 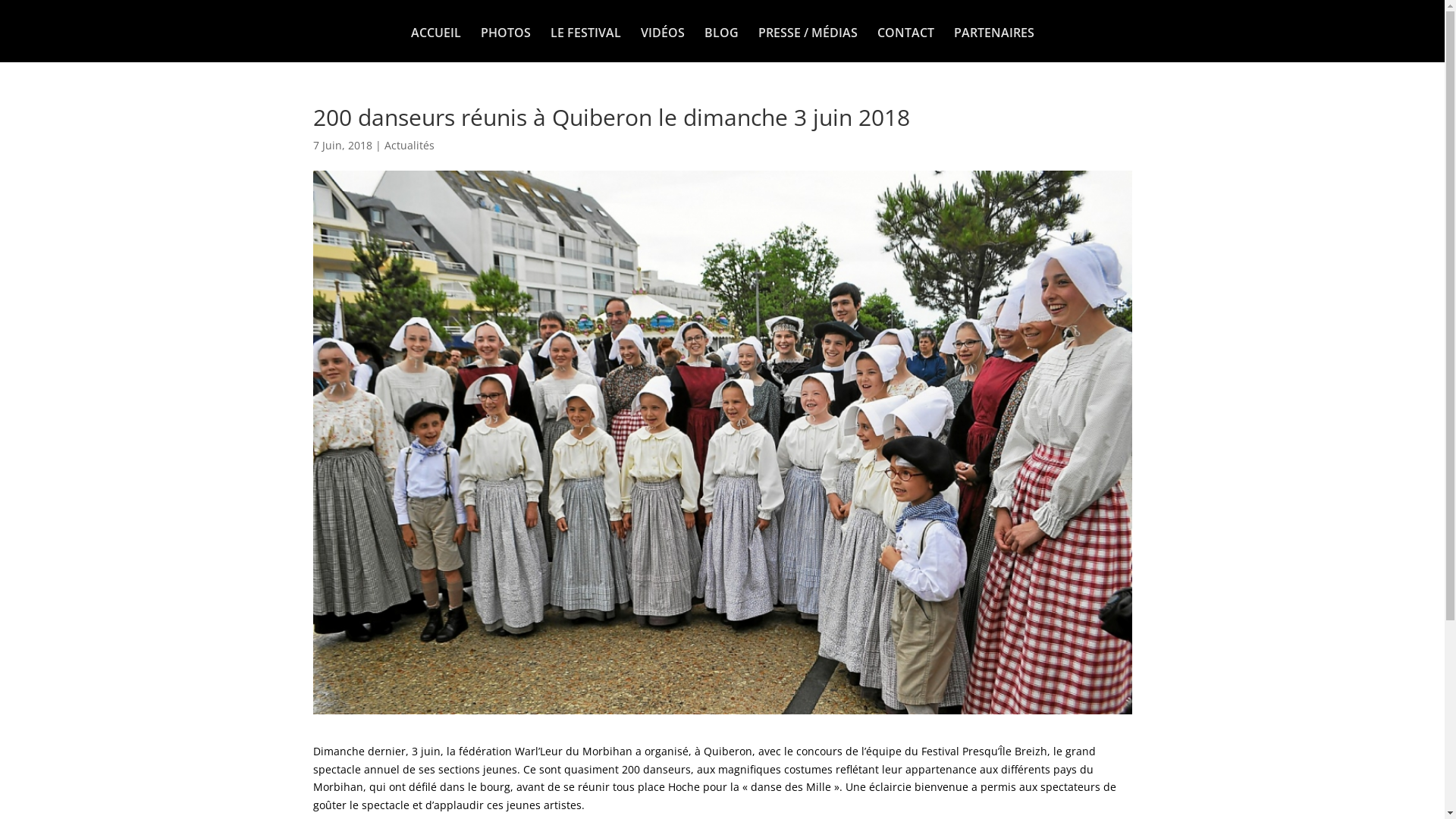 I want to click on 'PHOTOS', so click(x=506, y=43).